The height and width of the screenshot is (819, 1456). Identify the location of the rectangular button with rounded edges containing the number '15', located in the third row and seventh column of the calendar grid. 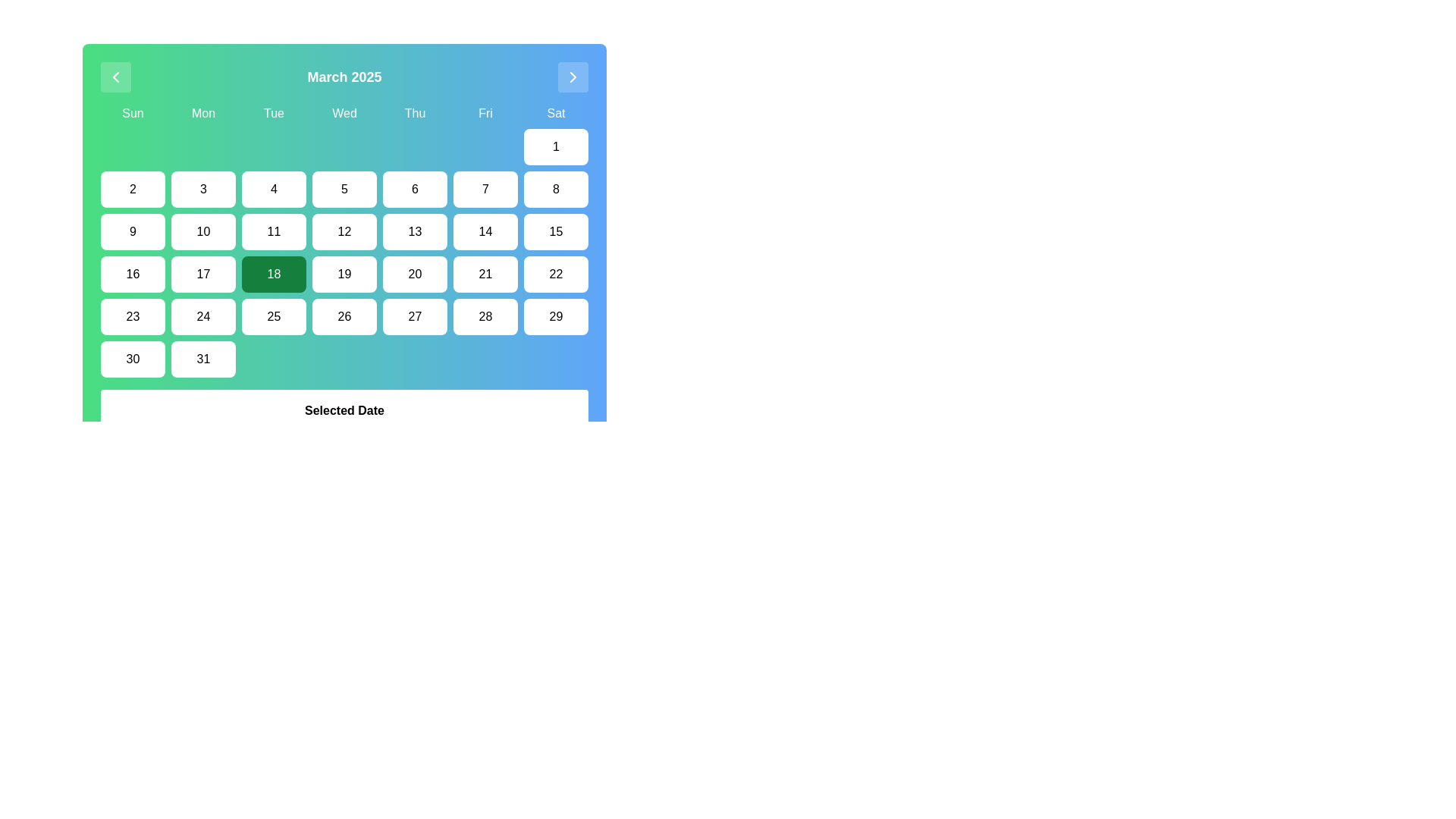
(555, 231).